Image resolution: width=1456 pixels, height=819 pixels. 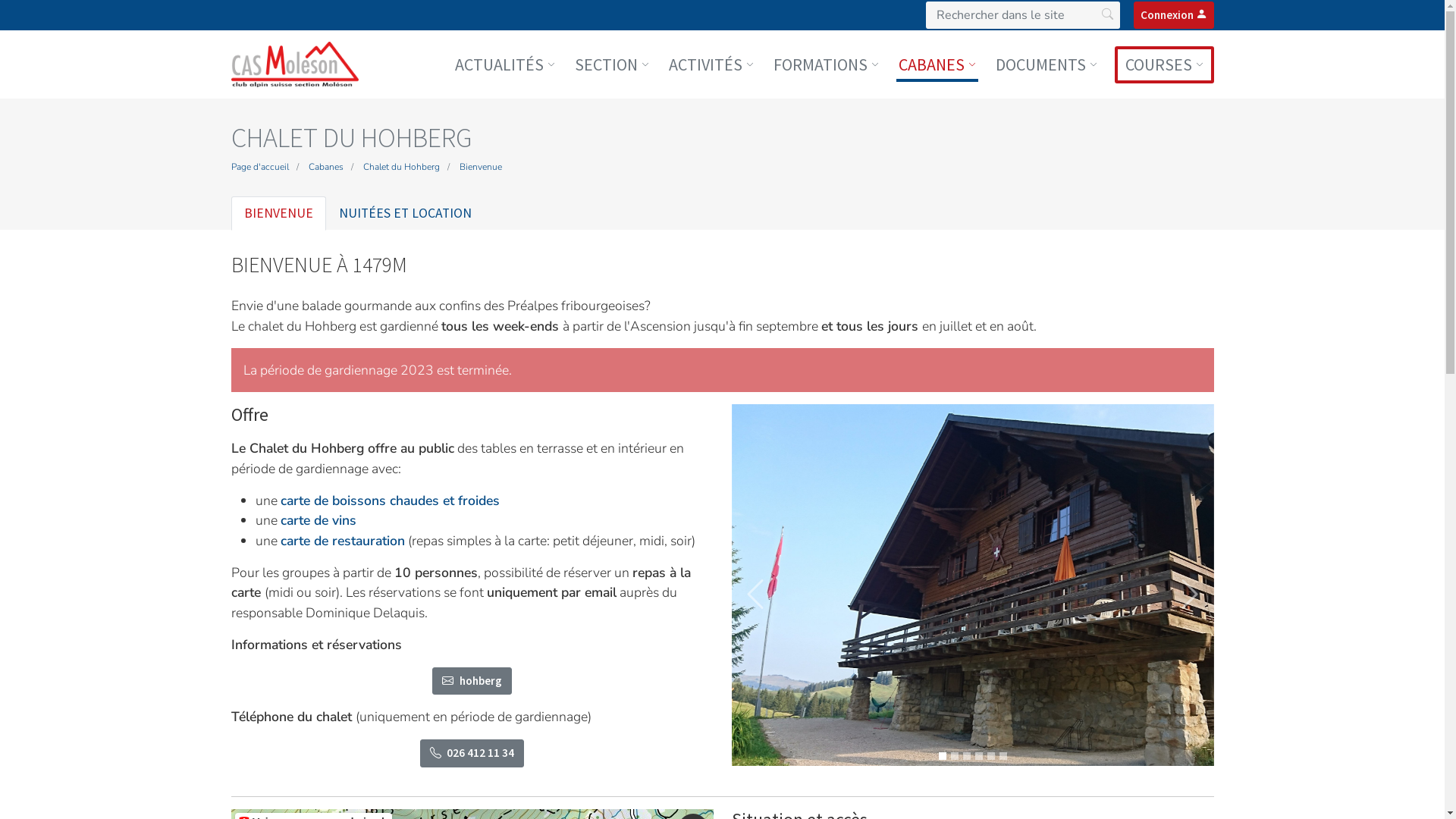 I want to click on 'Chalet du Hohberg', so click(x=400, y=166).